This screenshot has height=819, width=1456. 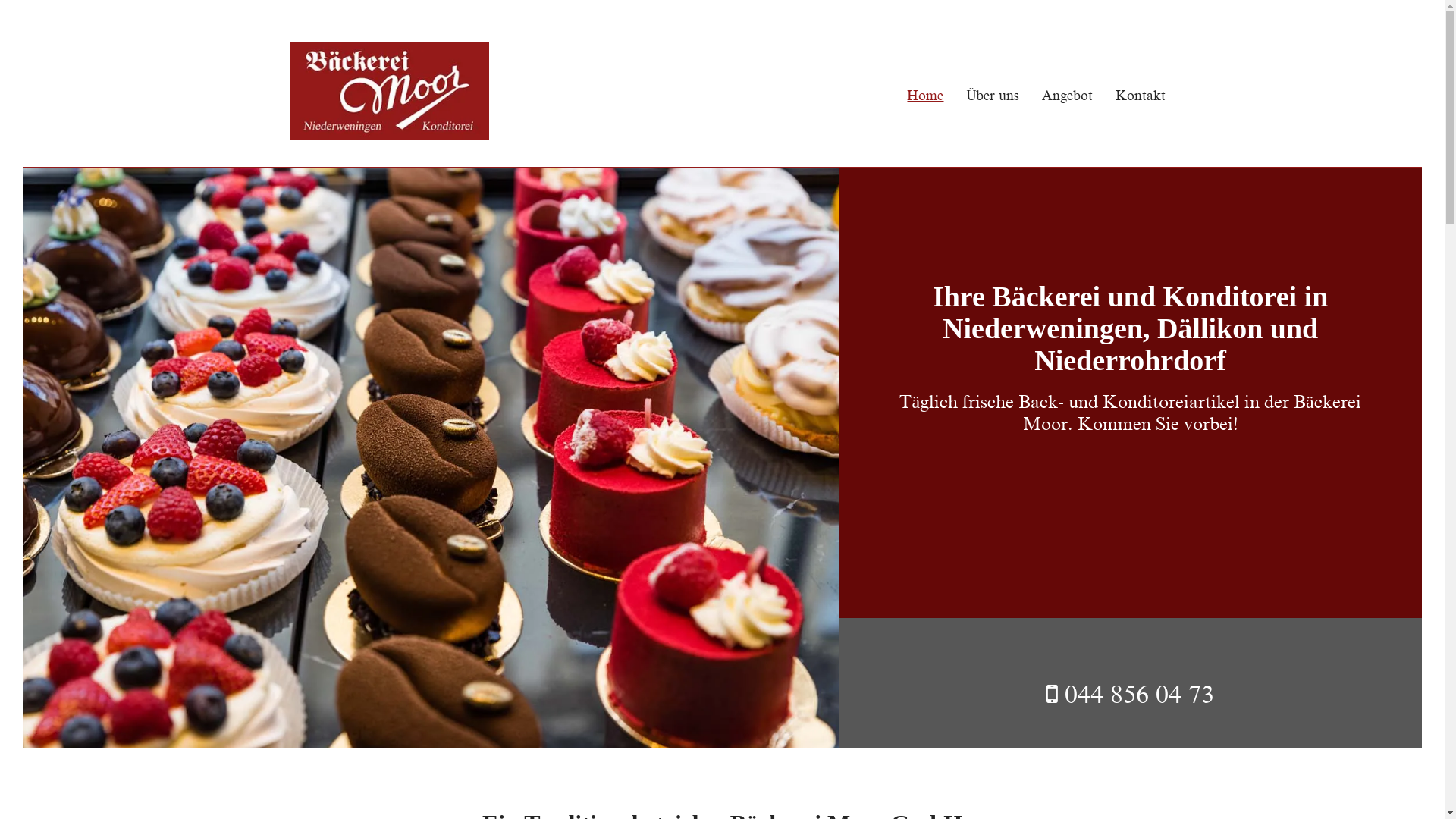 What do you see at coordinates (1092, 96) in the screenshot?
I see `'Kontakt'` at bounding box center [1092, 96].